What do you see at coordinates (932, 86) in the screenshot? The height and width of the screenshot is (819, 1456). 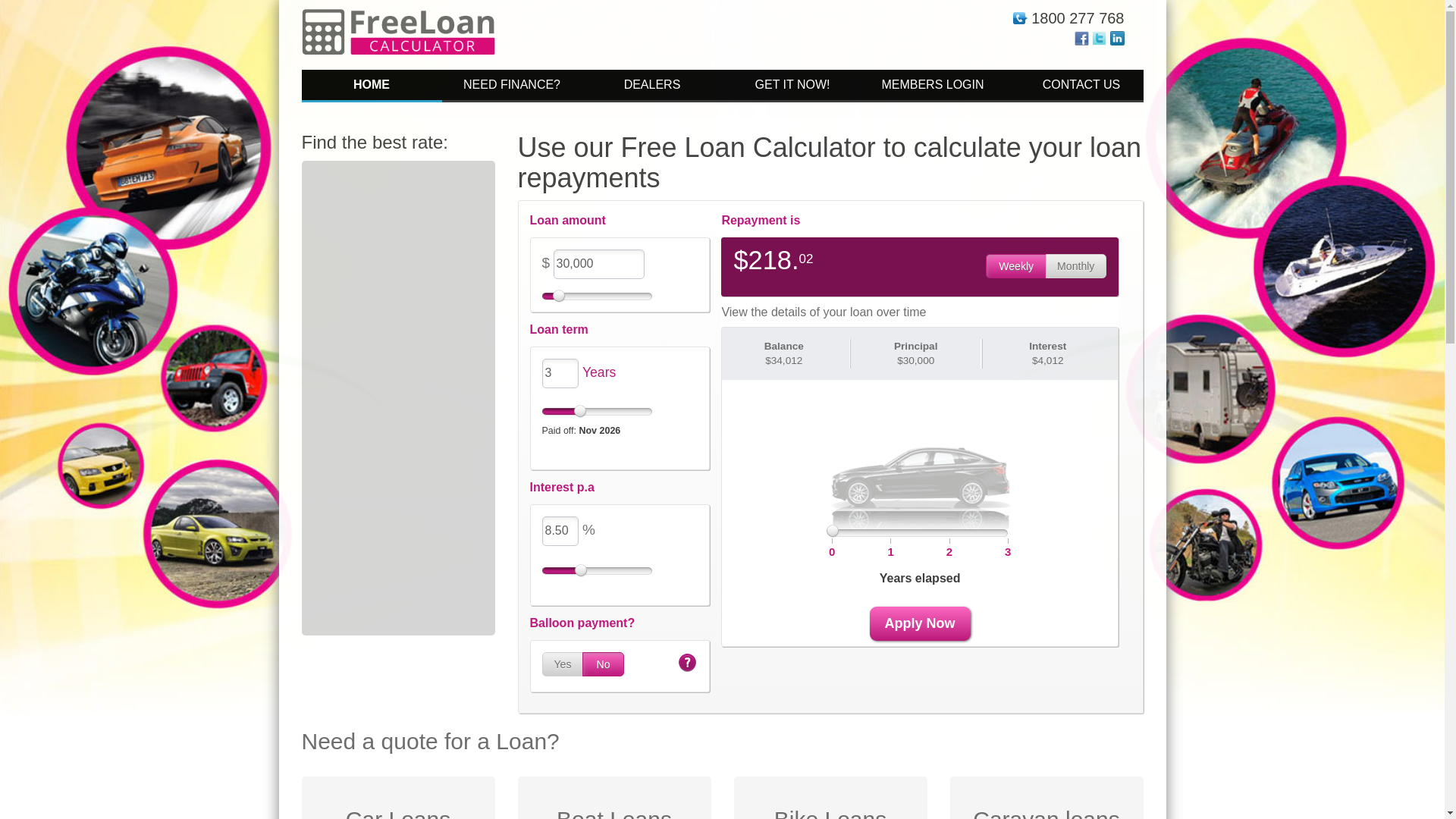 I see `'MEMBERS LOGIN'` at bounding box center [932, 86].